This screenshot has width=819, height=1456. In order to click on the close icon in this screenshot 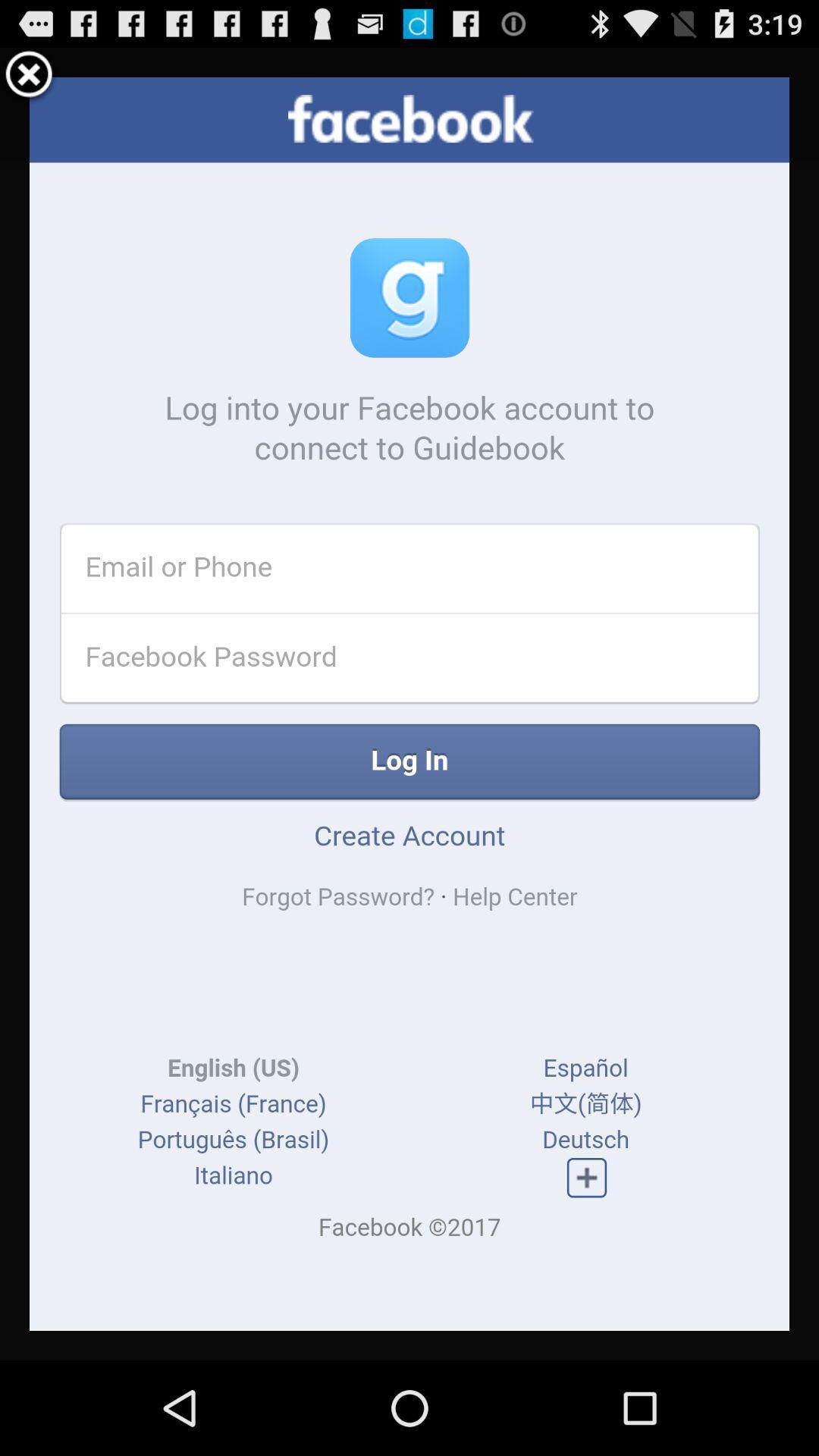, I will do `click(29, 81)`.